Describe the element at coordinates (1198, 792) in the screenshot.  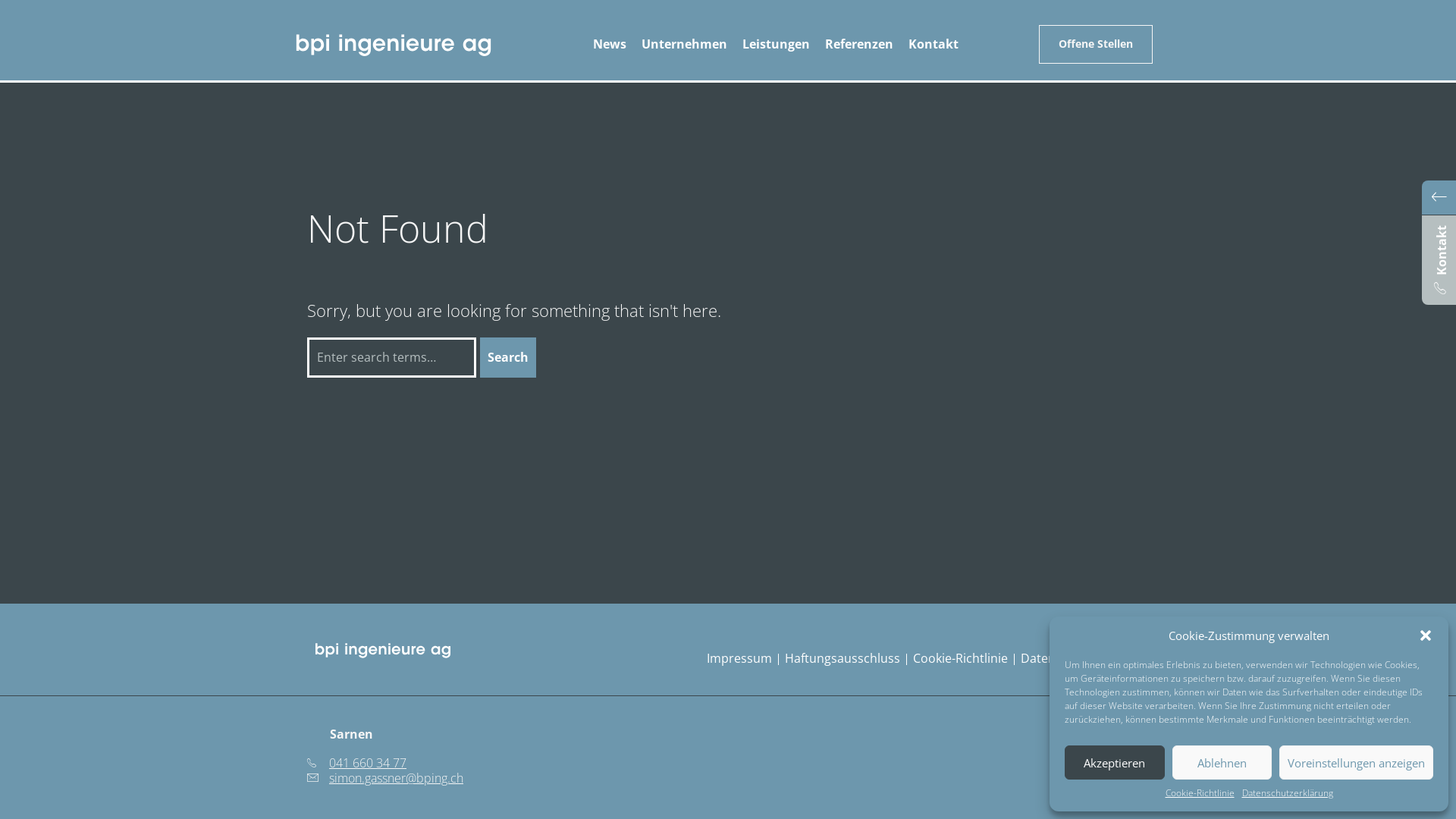
I see `'Cookie-Richtlinie'` at that location.